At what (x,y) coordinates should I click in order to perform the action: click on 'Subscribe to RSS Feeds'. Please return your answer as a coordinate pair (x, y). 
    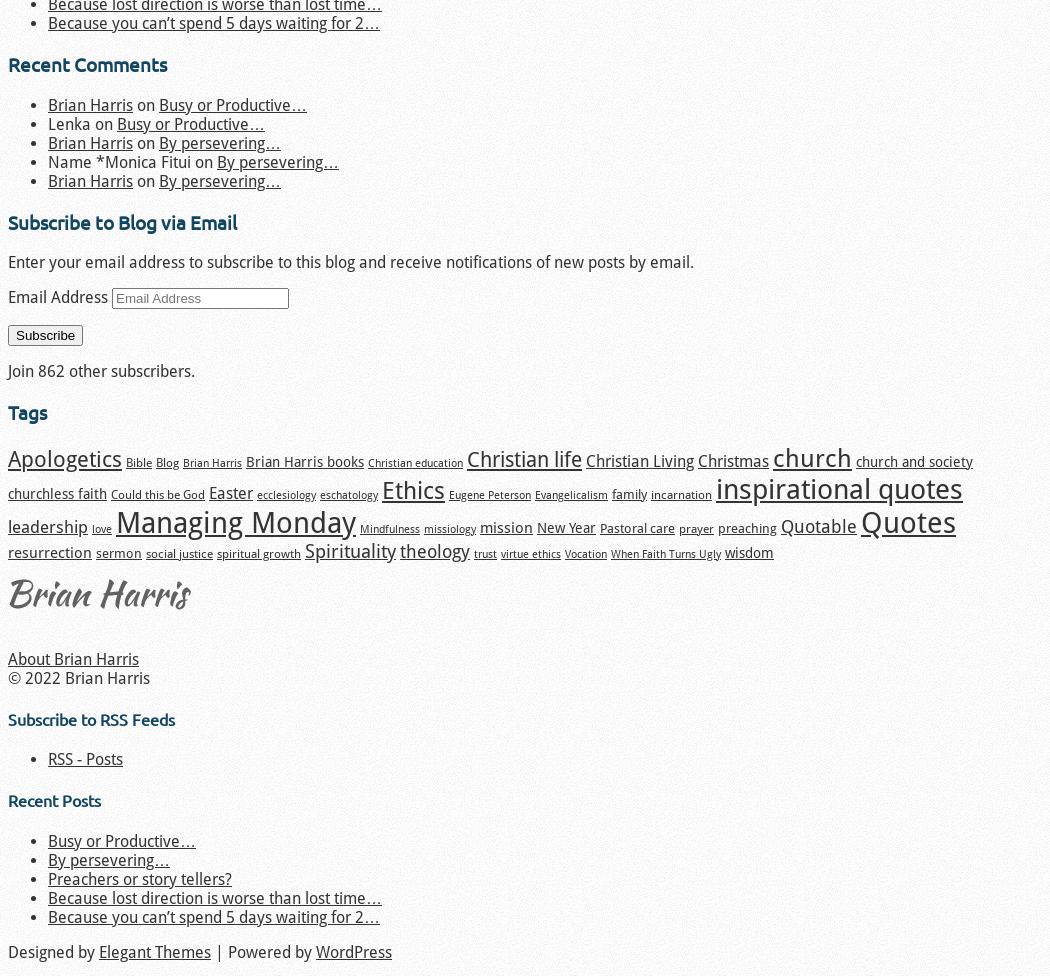
    Looking at the image, I should click on (91, 717).